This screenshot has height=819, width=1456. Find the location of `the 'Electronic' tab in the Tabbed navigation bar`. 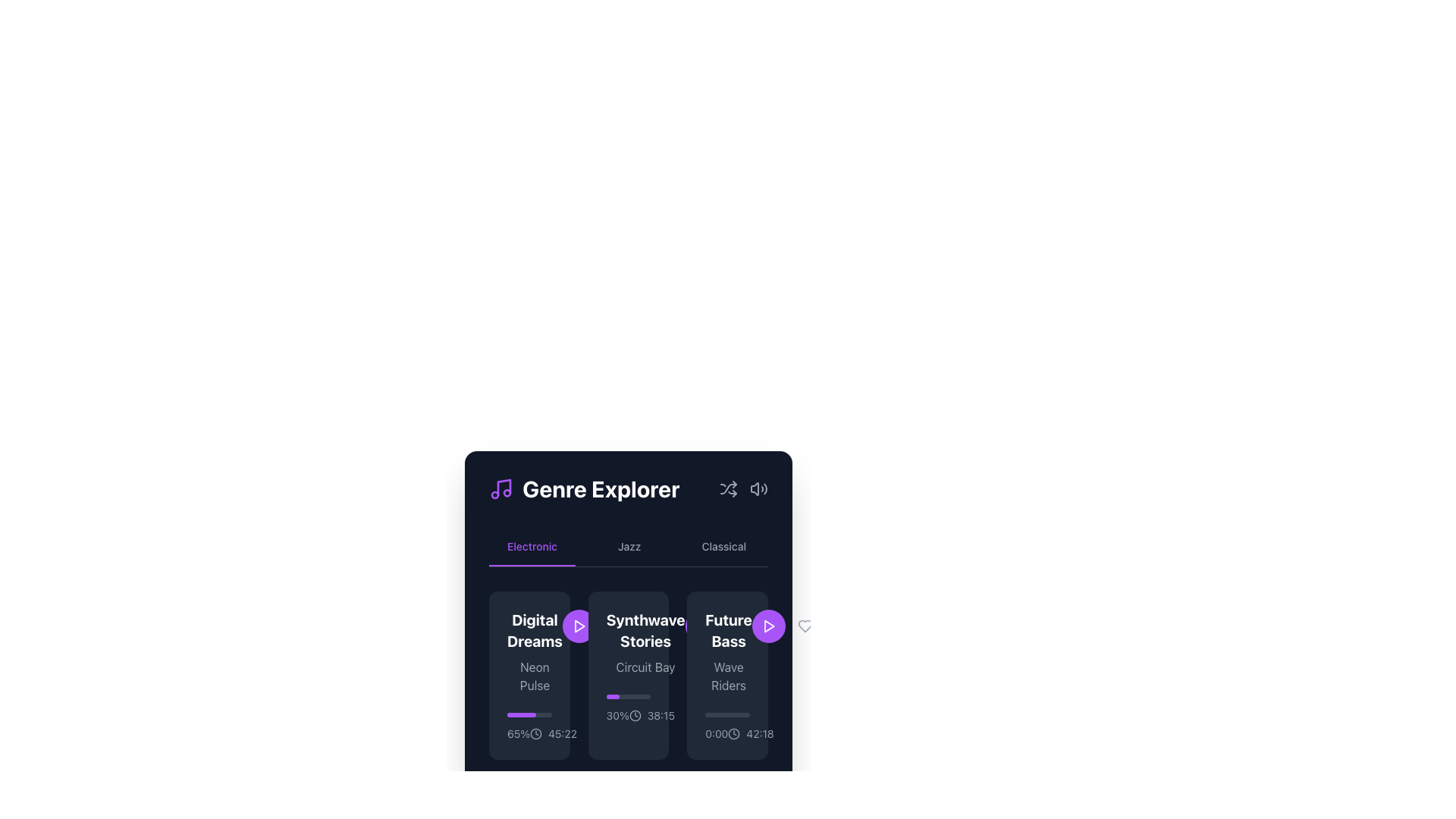

the 'Electronic' tab in the Tabbed navigation bar is located at coordinates (629, 547).